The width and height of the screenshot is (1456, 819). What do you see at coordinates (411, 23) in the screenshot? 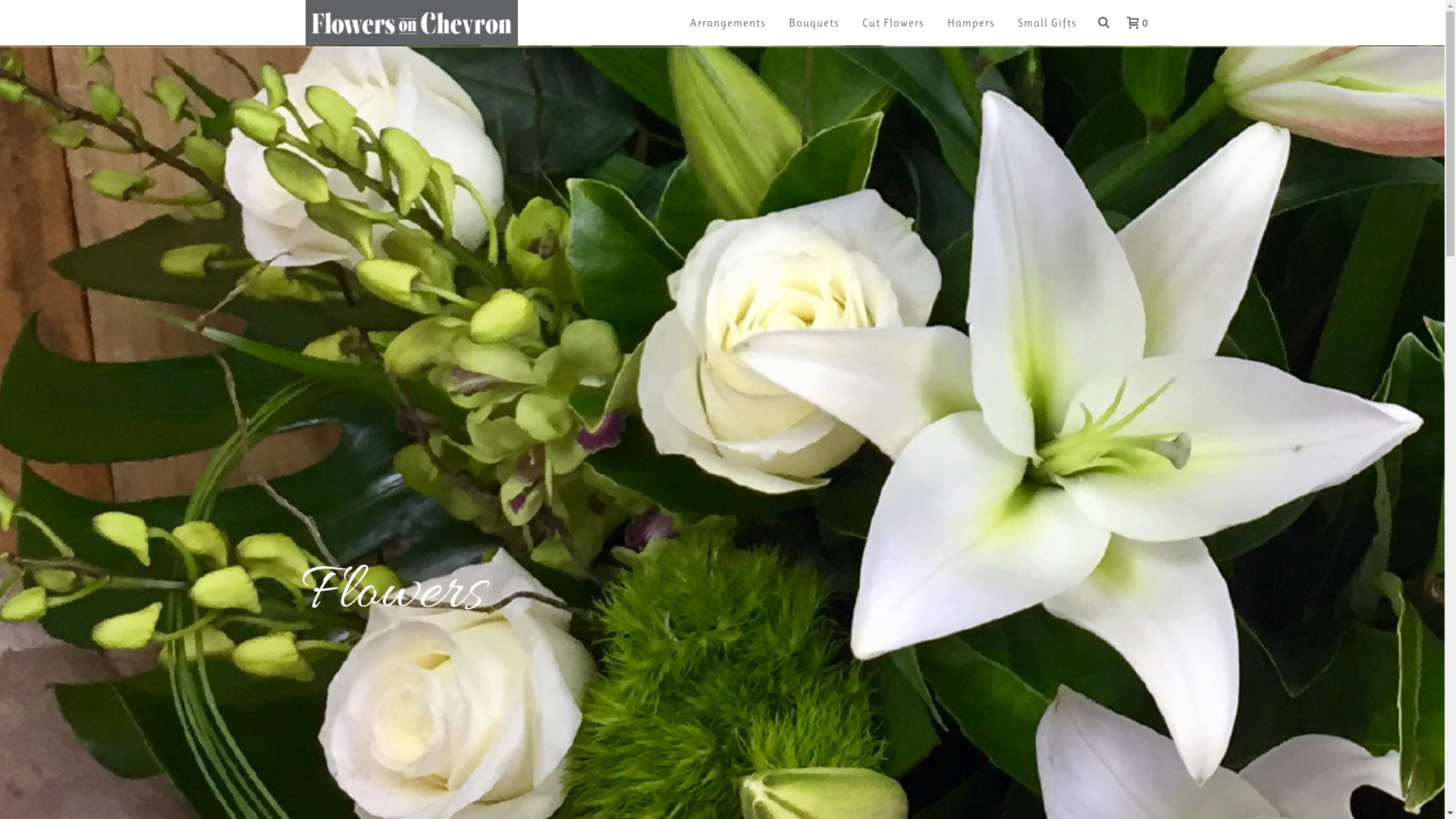
I see `'Flowers on Chevron Island on the Gold Coast'` at bounding box center [411, 23].